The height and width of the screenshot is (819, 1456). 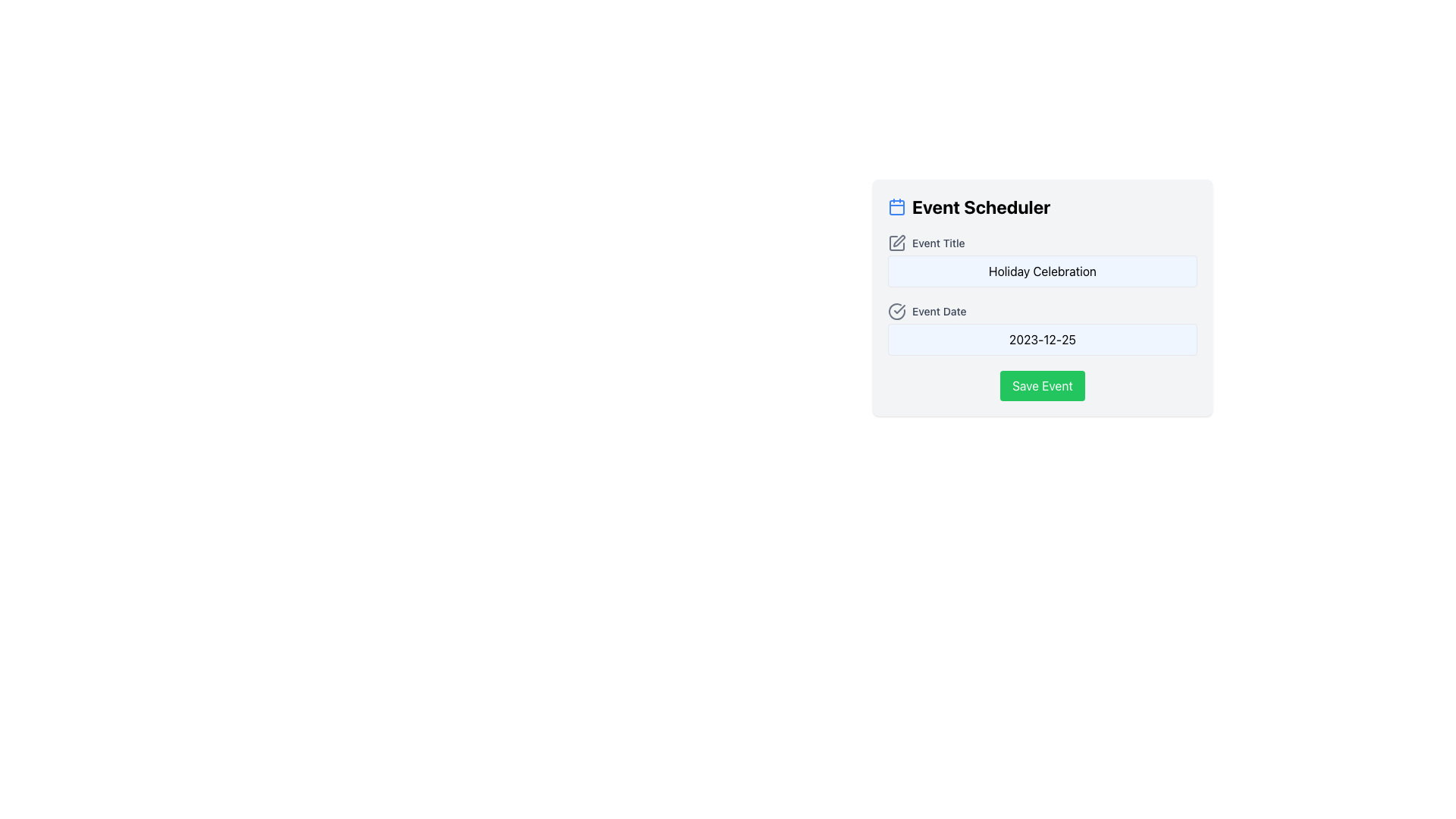 I want to click on displayed date from the Date Display Field, which shows '2023-12-25' below the 'Event Date' label in the Event Scheduler card, so click(x=1041, y=328).